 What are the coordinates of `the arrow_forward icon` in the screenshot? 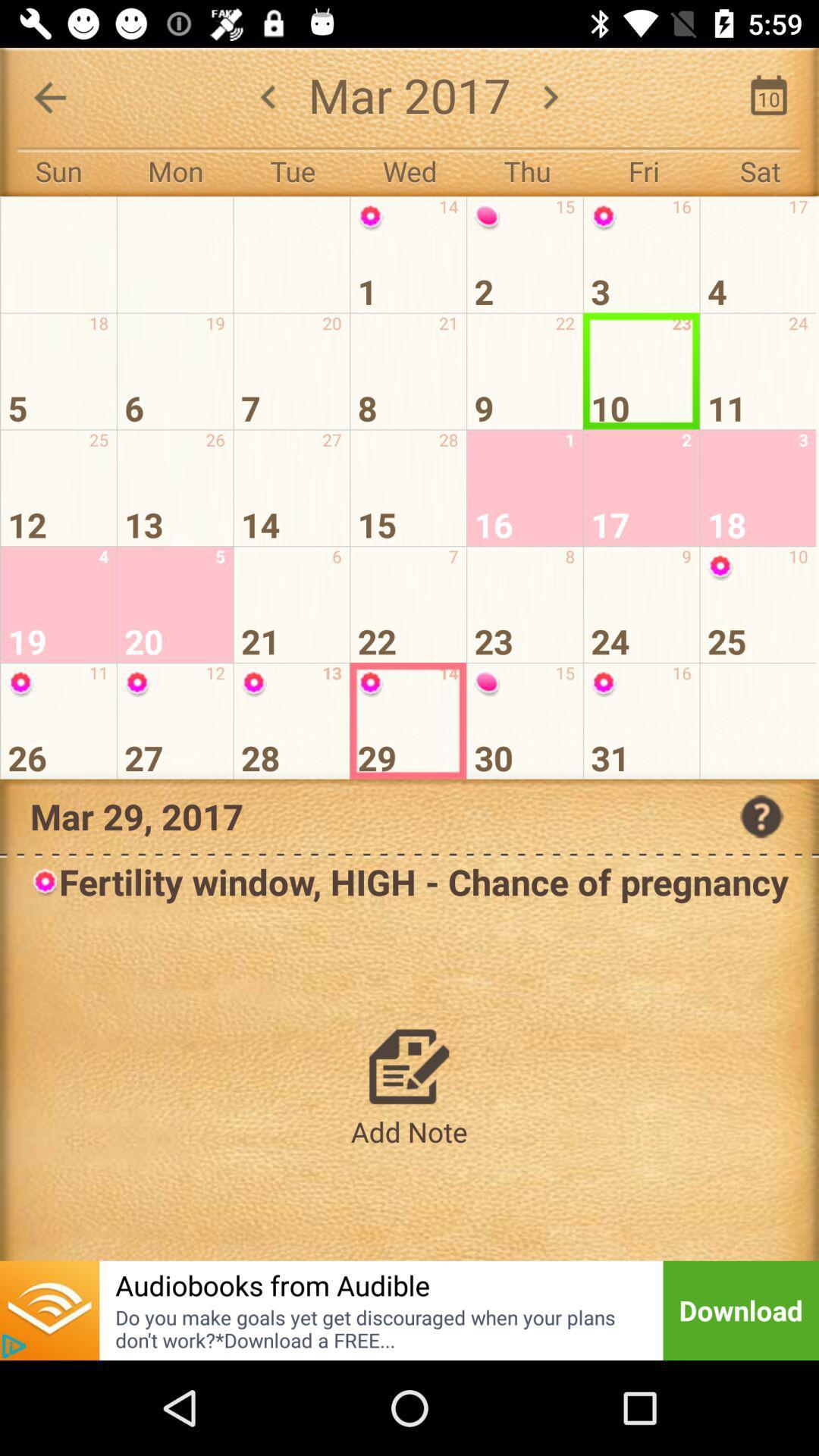 It's located at (550, 96).